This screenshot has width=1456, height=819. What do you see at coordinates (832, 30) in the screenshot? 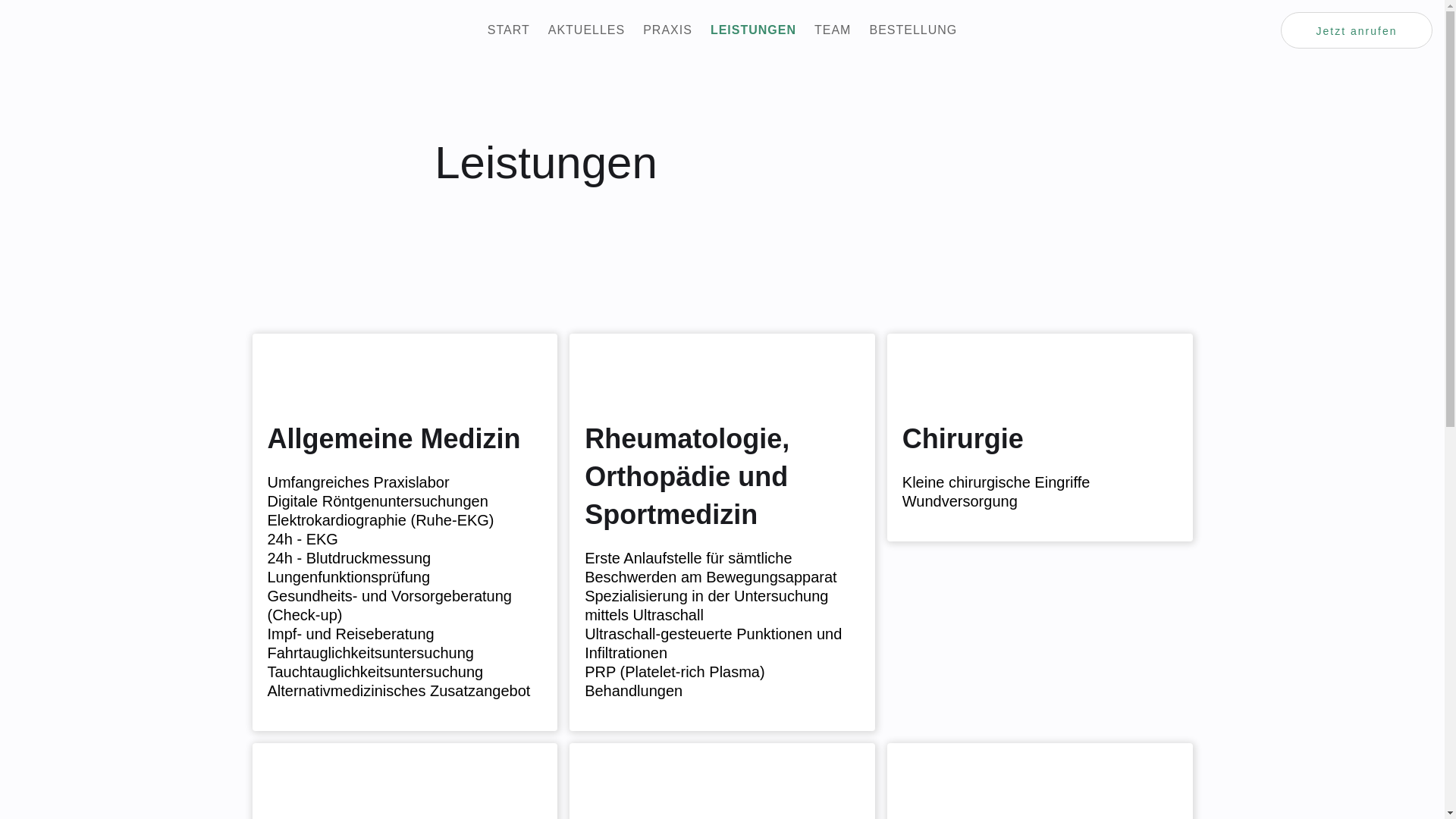
I see `'TEAM'` at bounding box center [832, 30].